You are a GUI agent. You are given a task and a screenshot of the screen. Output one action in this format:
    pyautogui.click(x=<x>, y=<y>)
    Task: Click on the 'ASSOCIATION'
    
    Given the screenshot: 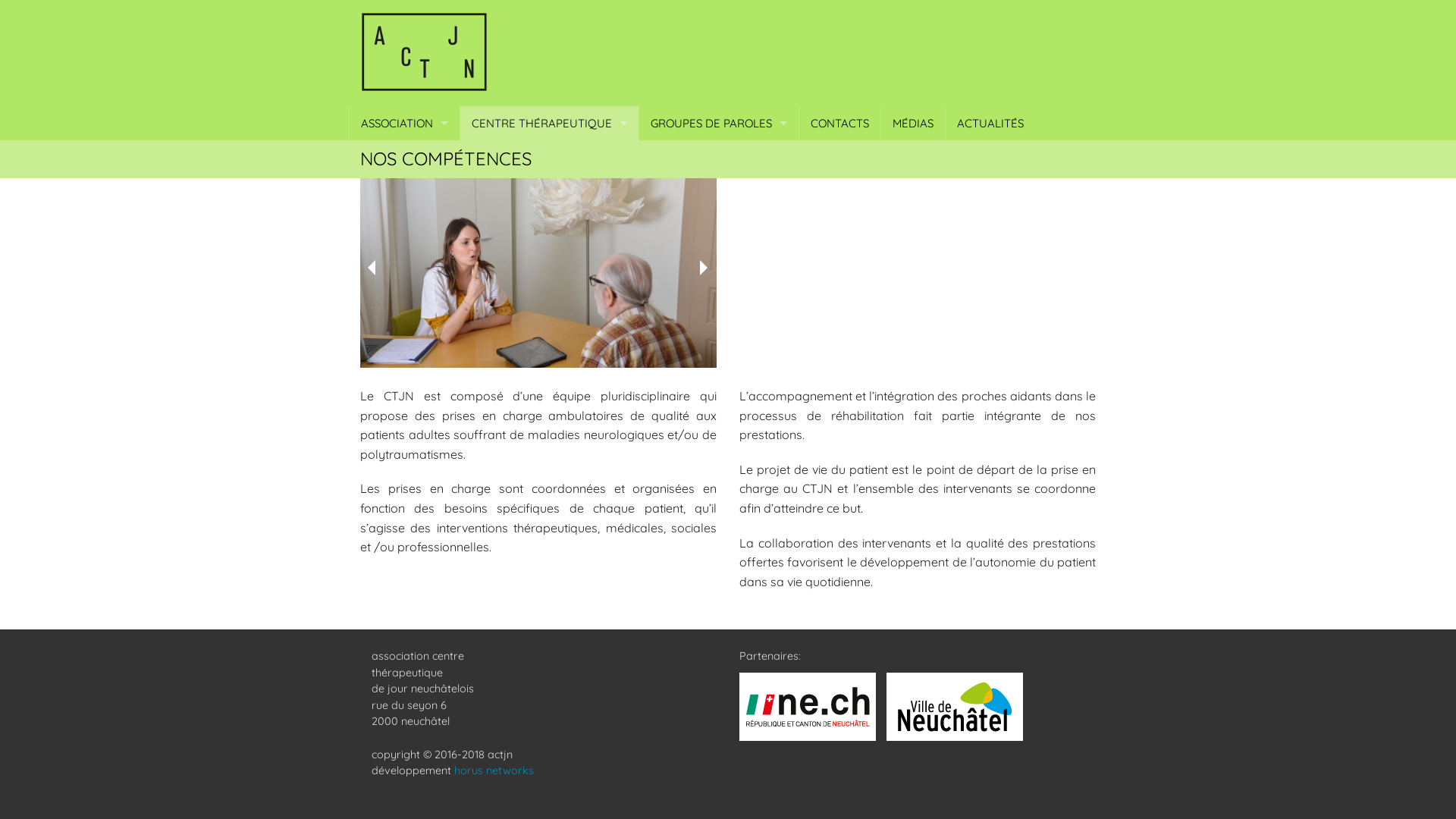 What is the action you would take?
    pyautogui.click(x=404, y=122)
    